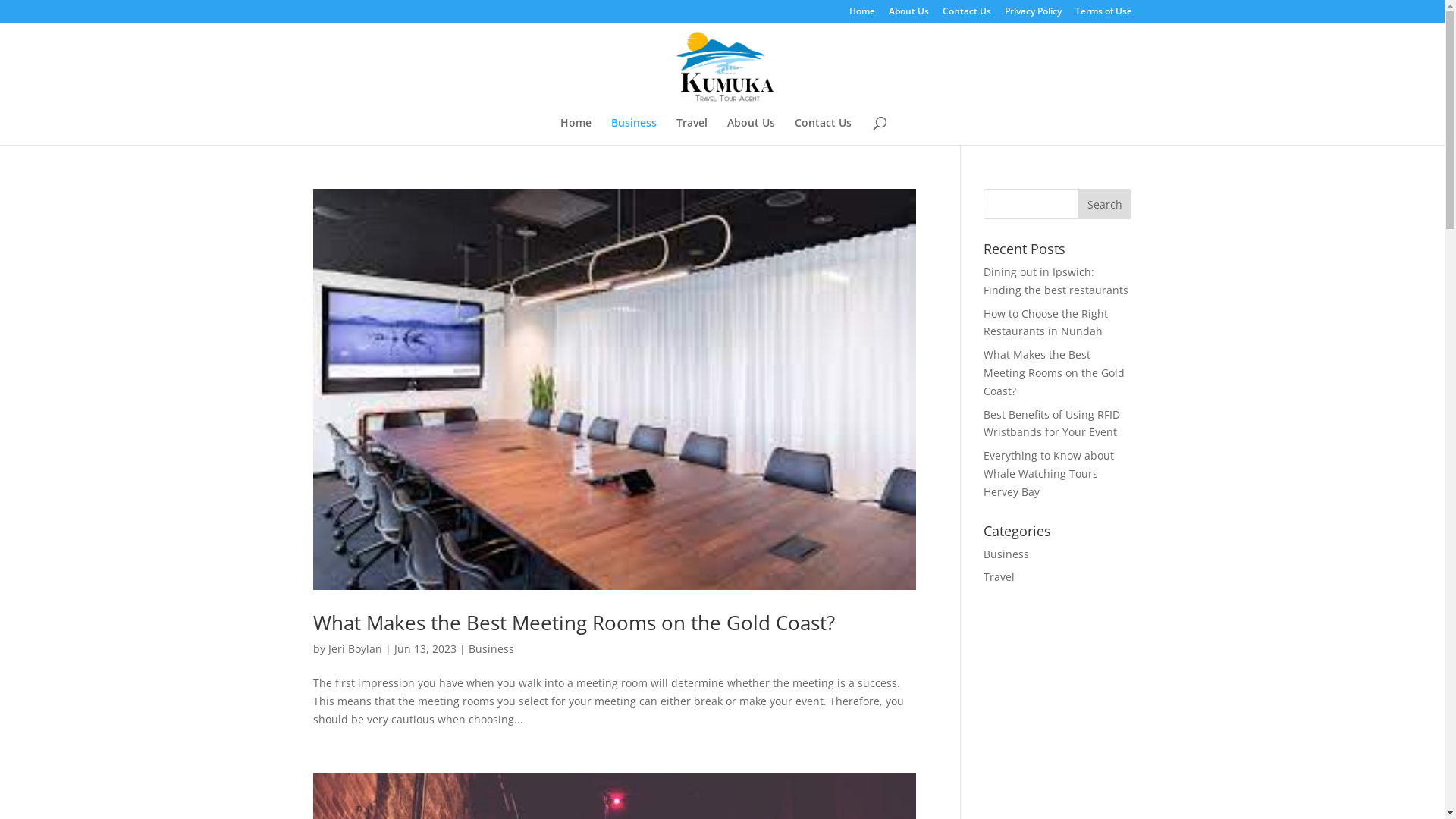 Image resolution: width=1456 pixels, height=819 pixels. I want to click on 'Business', so click(1006, 554).